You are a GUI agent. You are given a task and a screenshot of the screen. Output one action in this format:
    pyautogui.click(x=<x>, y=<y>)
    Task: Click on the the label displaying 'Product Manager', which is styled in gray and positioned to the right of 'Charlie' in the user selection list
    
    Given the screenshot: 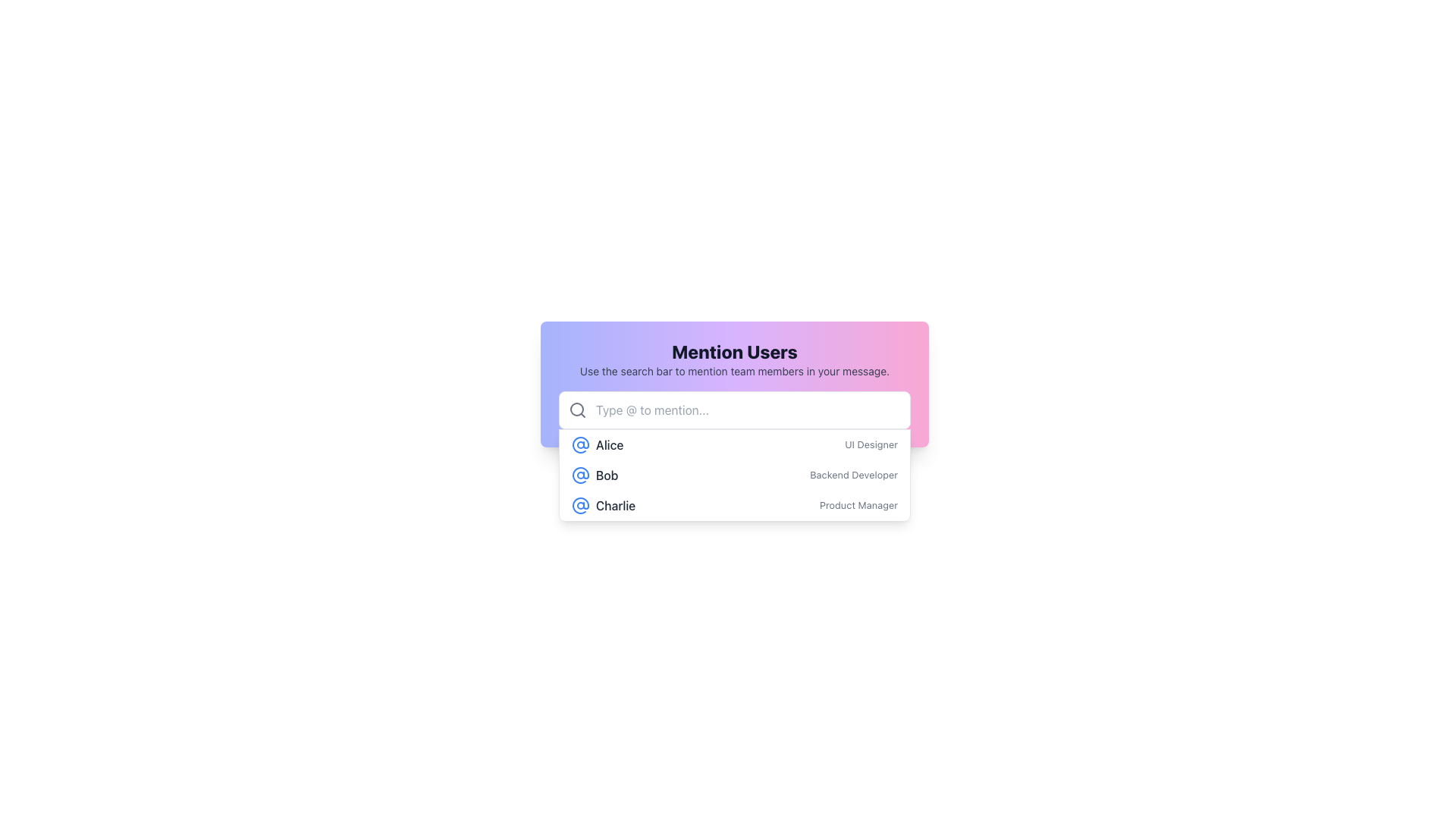 What is the action you would take?
    pyautogui.click(x=858, y=506)
    